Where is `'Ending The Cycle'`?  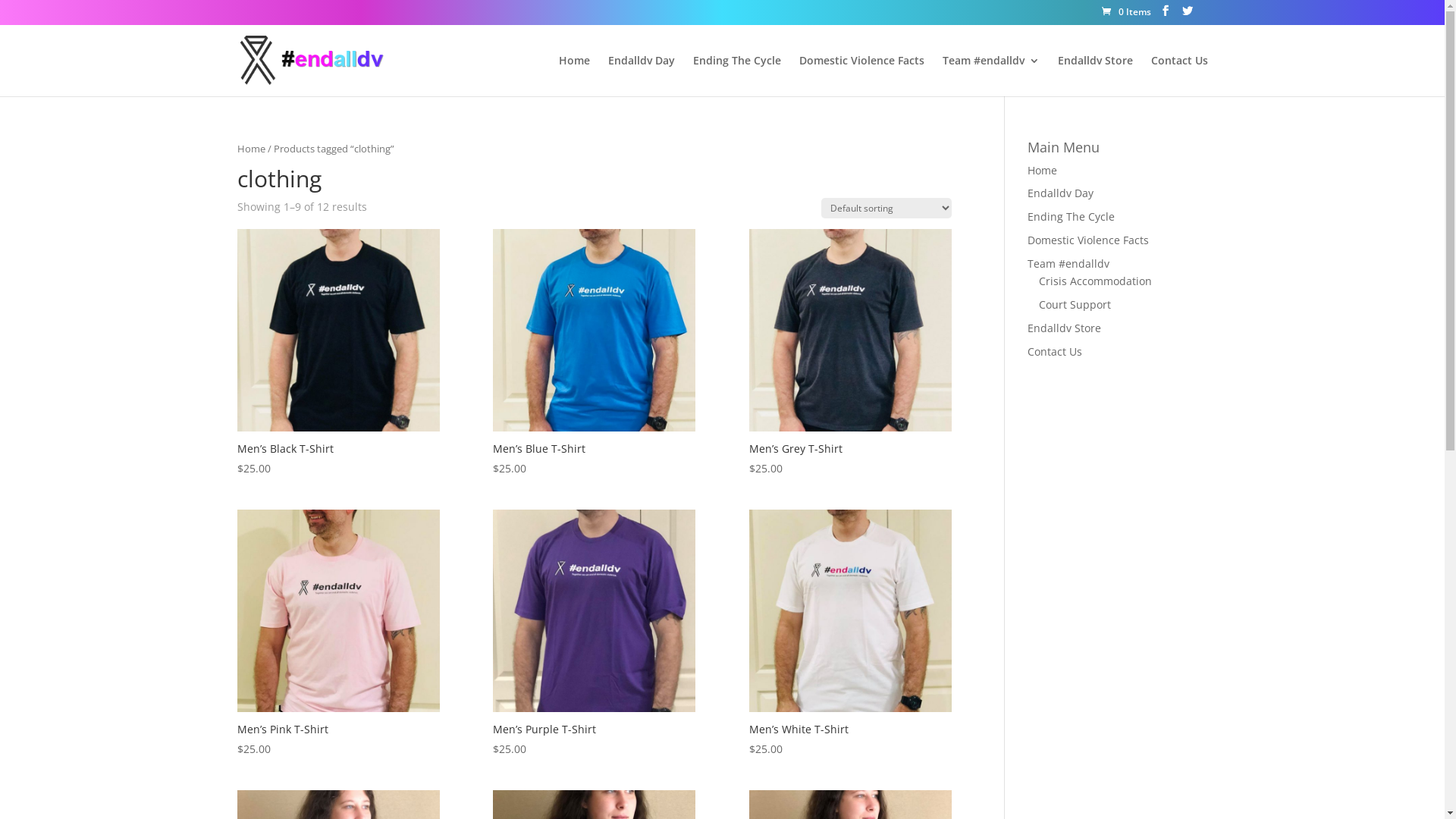 'Ending The Cycle' is located at coordinates (1070, 216).